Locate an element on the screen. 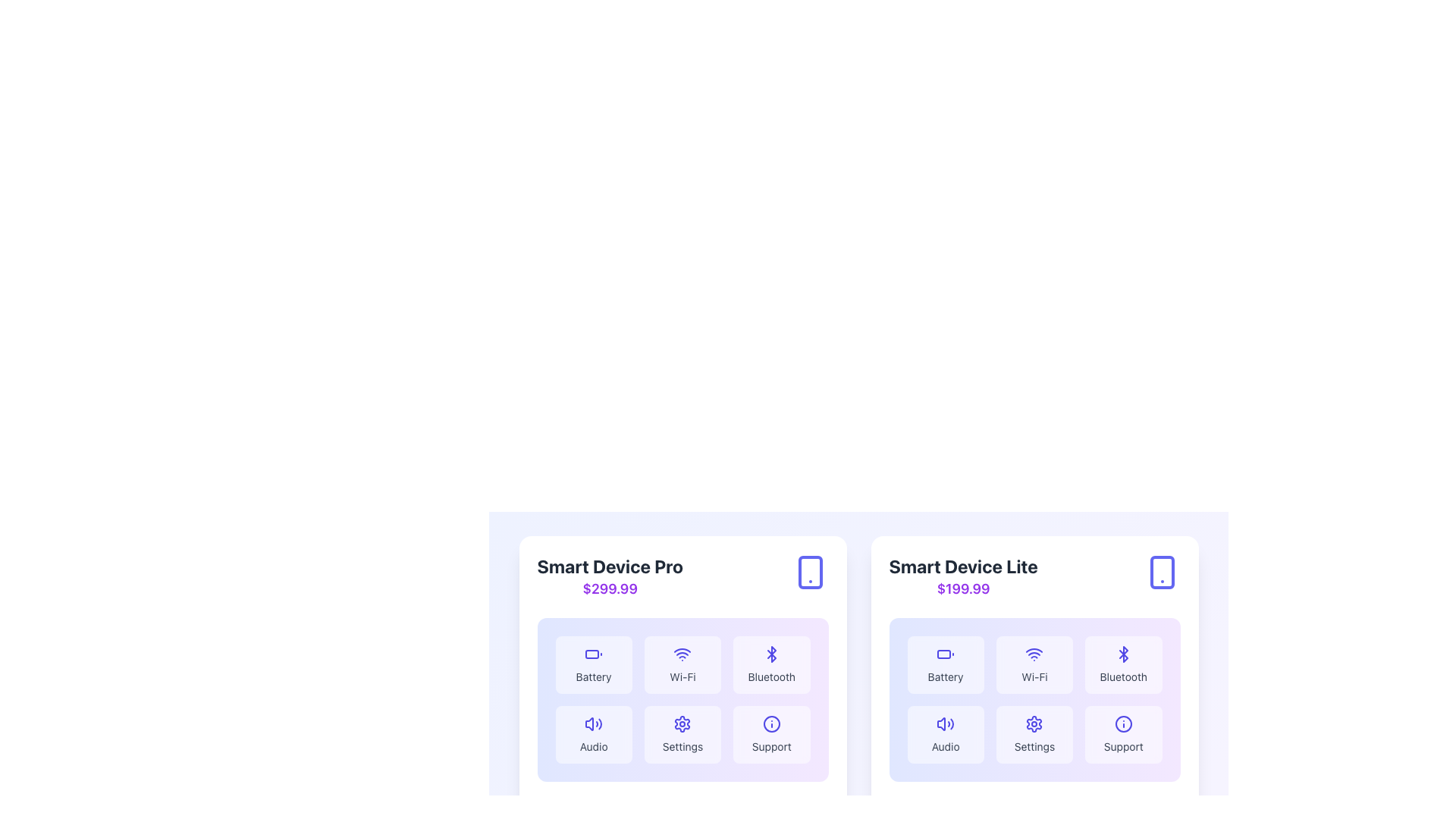  the bold, large-sized text reading 'Smart Device Pro' in dark gray color, located in the top-left corner of a card-like design is located at coordinates (610, 566).